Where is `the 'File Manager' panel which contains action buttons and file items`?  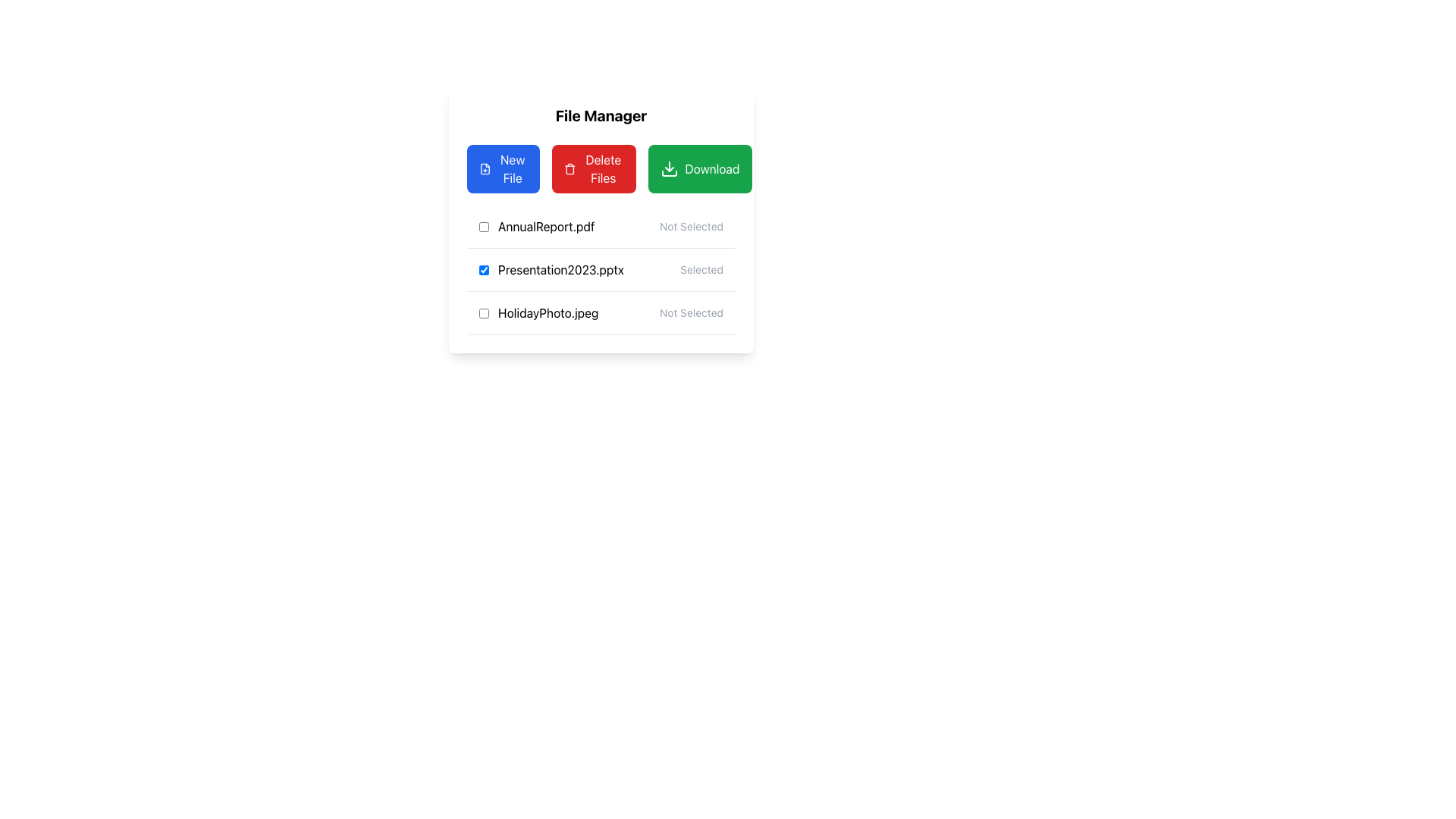
the 'File Manager' panel which contains action buttons and file items is located at coordinates (600, 270).